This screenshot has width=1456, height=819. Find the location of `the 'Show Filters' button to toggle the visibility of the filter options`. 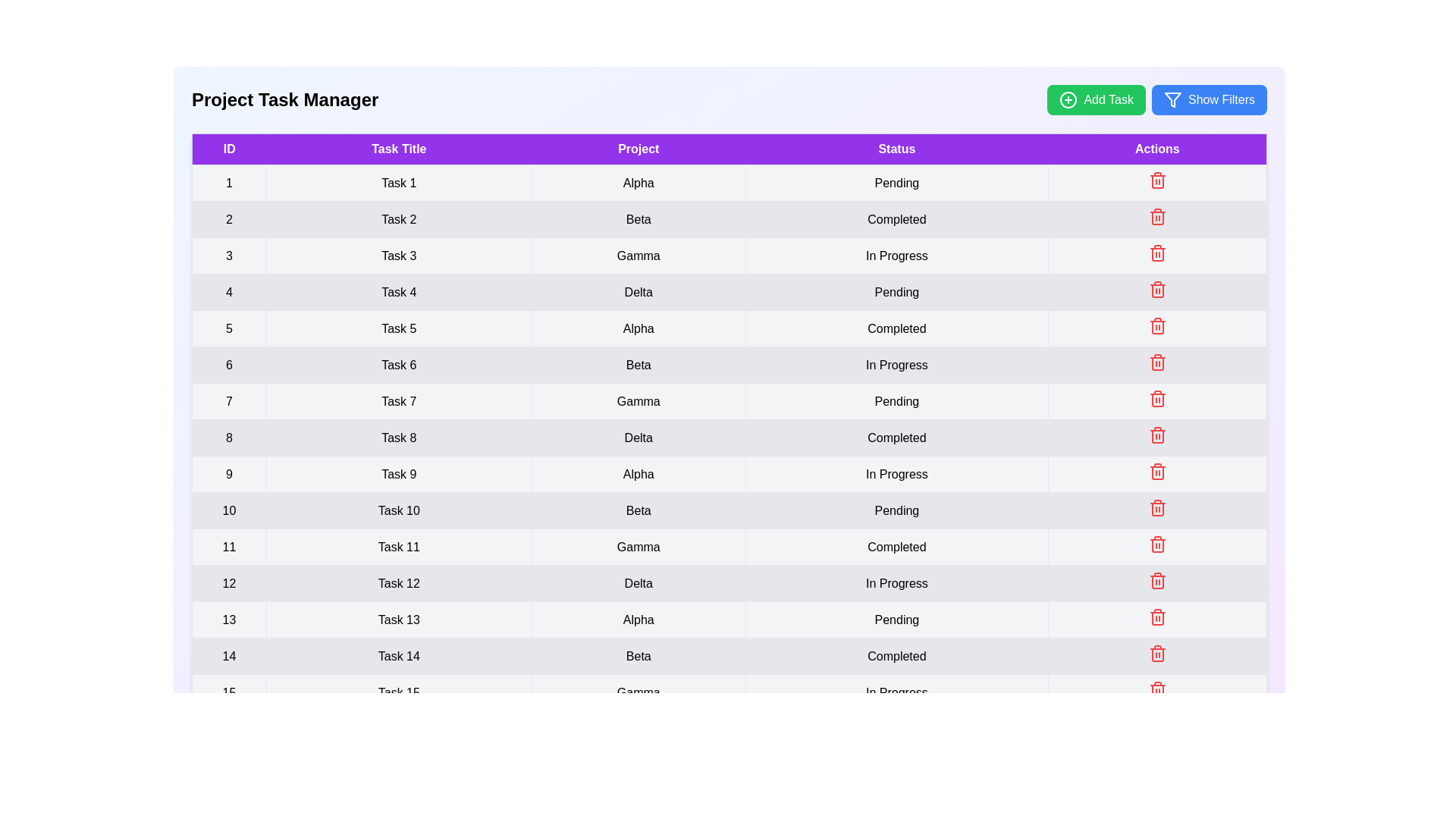

the 'Show Filters' button to toggle the visibility of the filter options is located at coordinates (1207, 99).